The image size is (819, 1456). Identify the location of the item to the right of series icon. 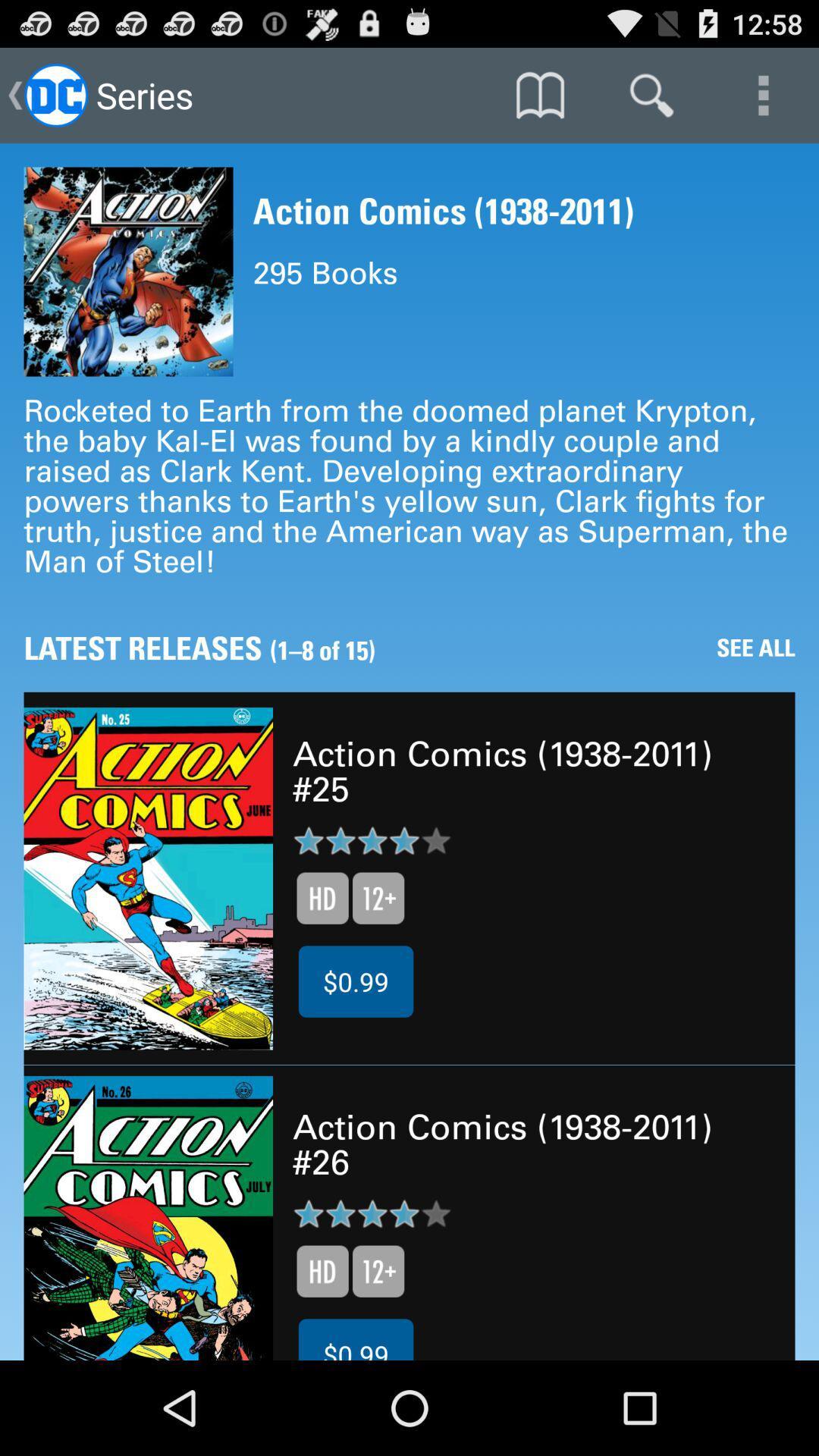
(539, 94).